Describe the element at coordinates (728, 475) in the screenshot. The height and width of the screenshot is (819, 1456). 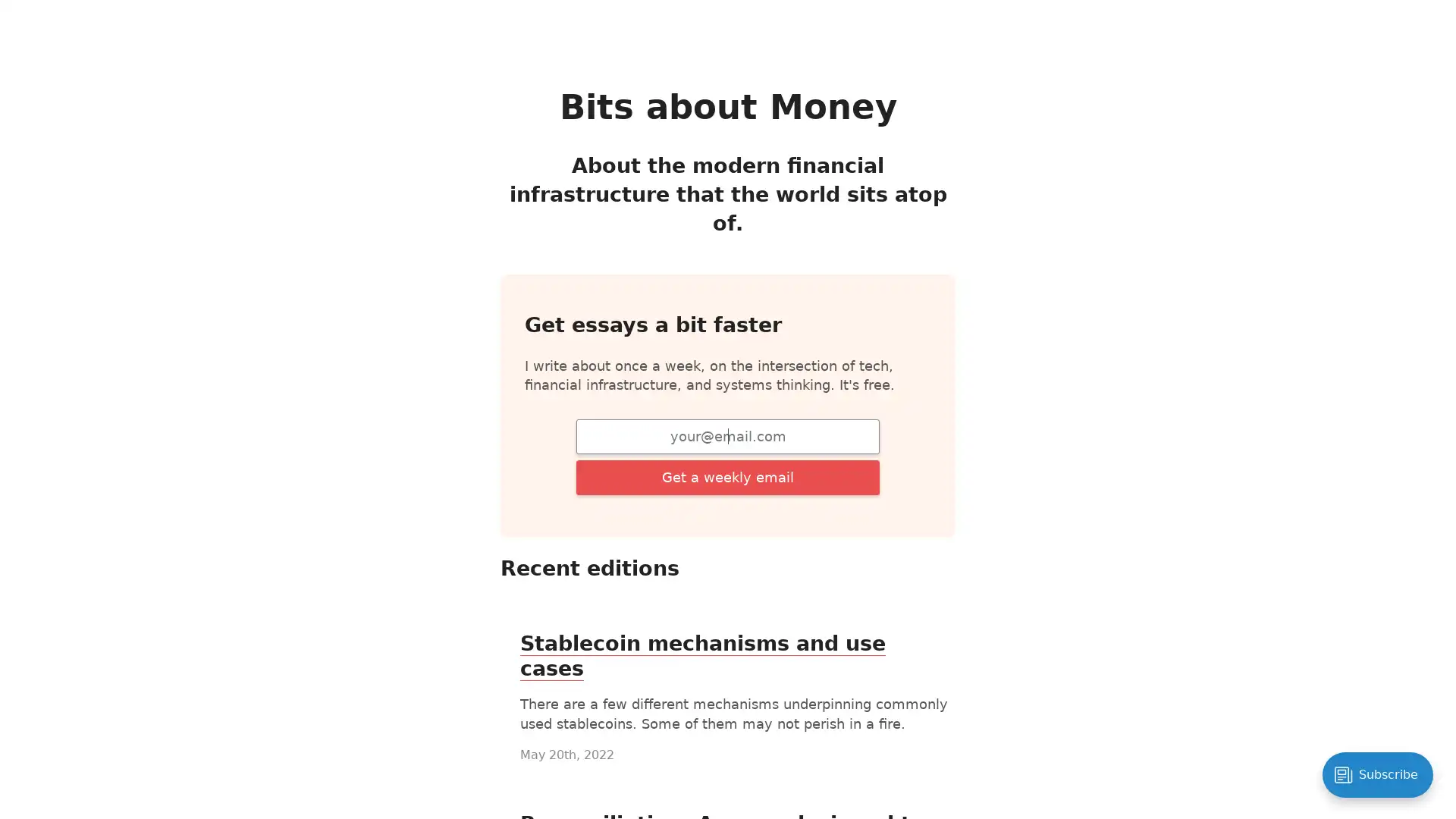
I see `Get a weekly email` at that location.